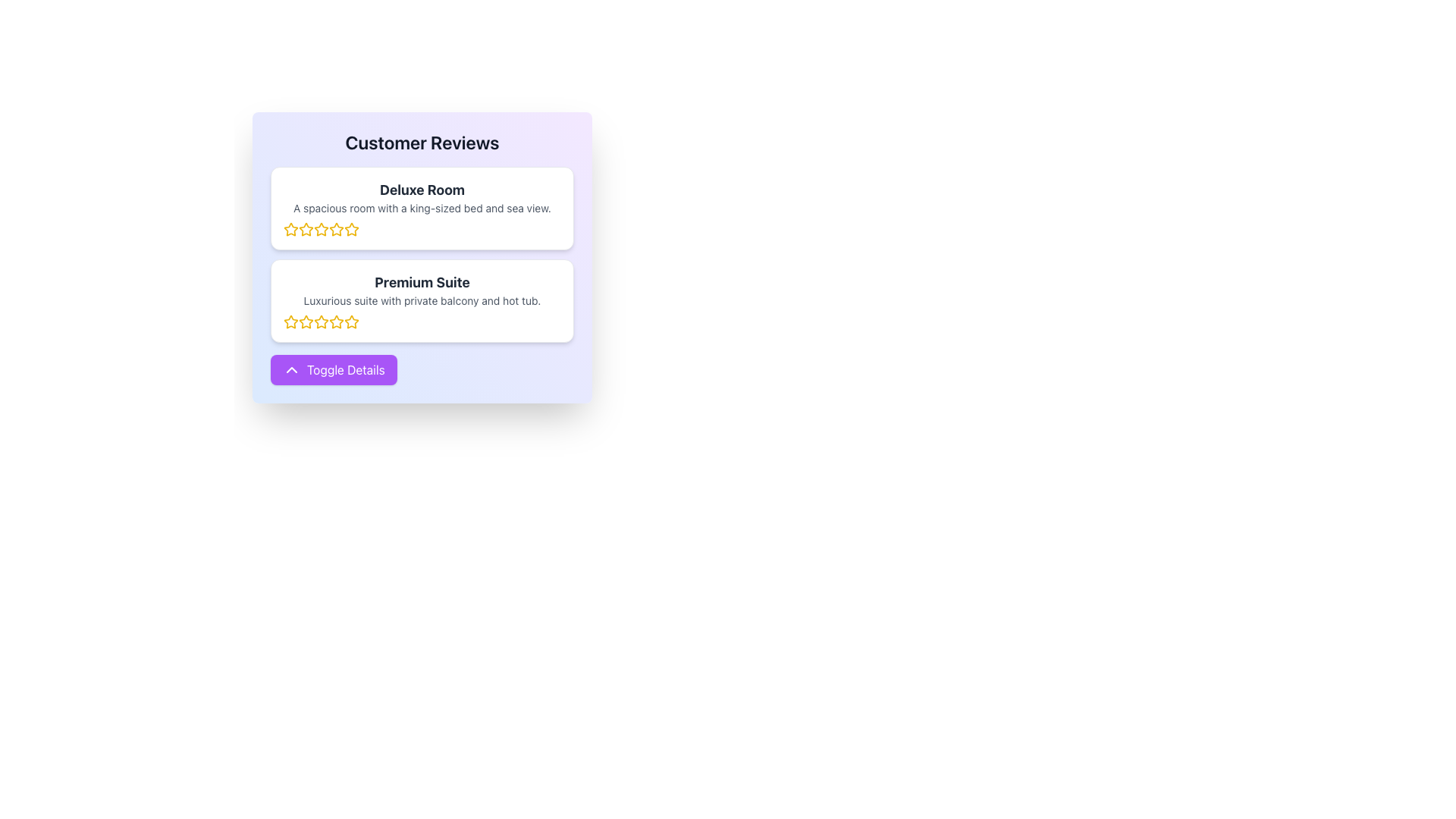 The width and height of the screenshot is (1456, 819). Describe the element at coordinates (320, 321) in the screenshot. I see `the fourth rating star icon, which has a yellow outline and hollow center, located beneath the 'Premium Suite' text in the star rating component` at that location.